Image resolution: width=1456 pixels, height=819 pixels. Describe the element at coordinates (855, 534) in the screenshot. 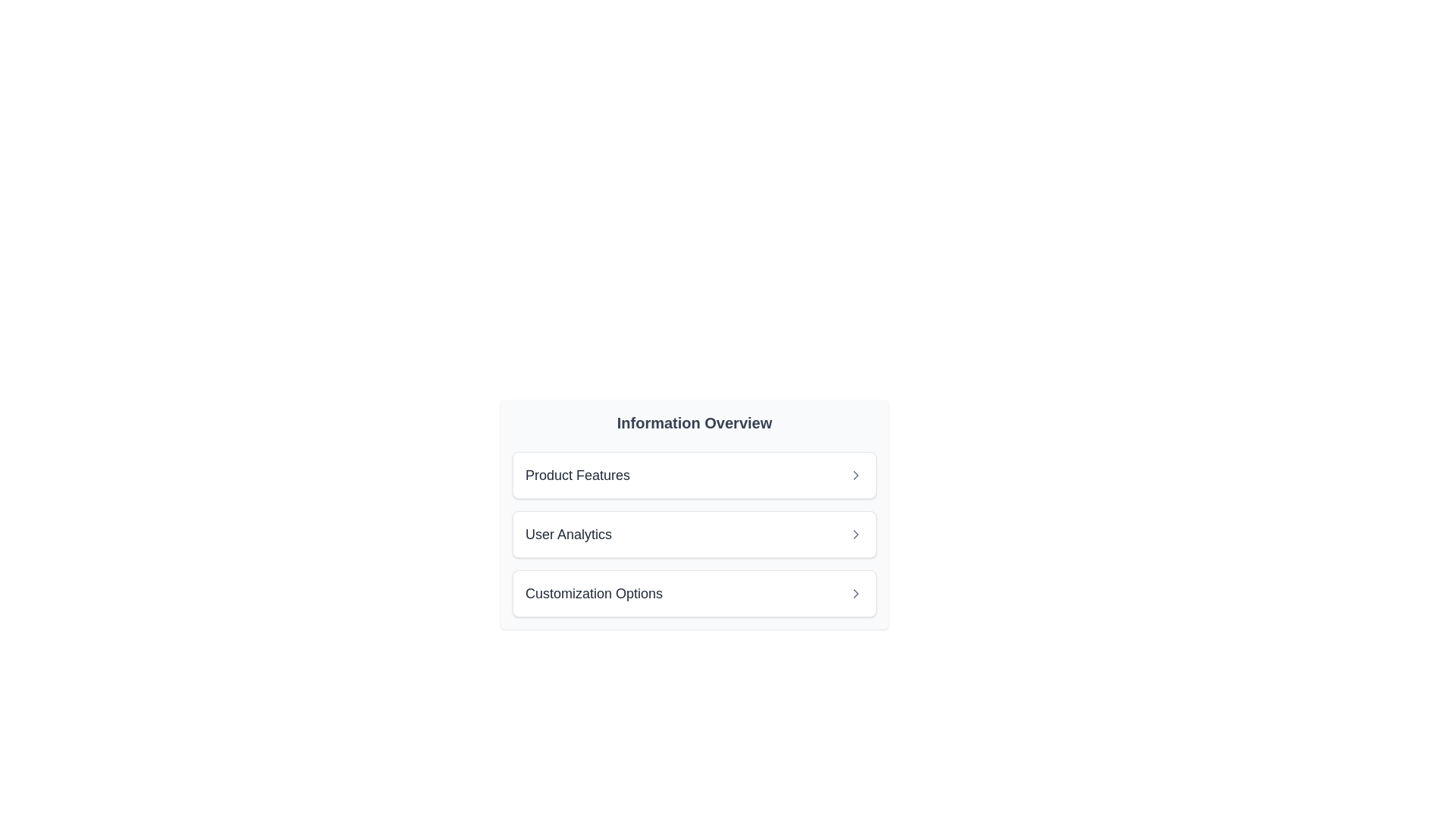

I see `the icon located at the far-right end of the 'User Analytics' list item` at that location.